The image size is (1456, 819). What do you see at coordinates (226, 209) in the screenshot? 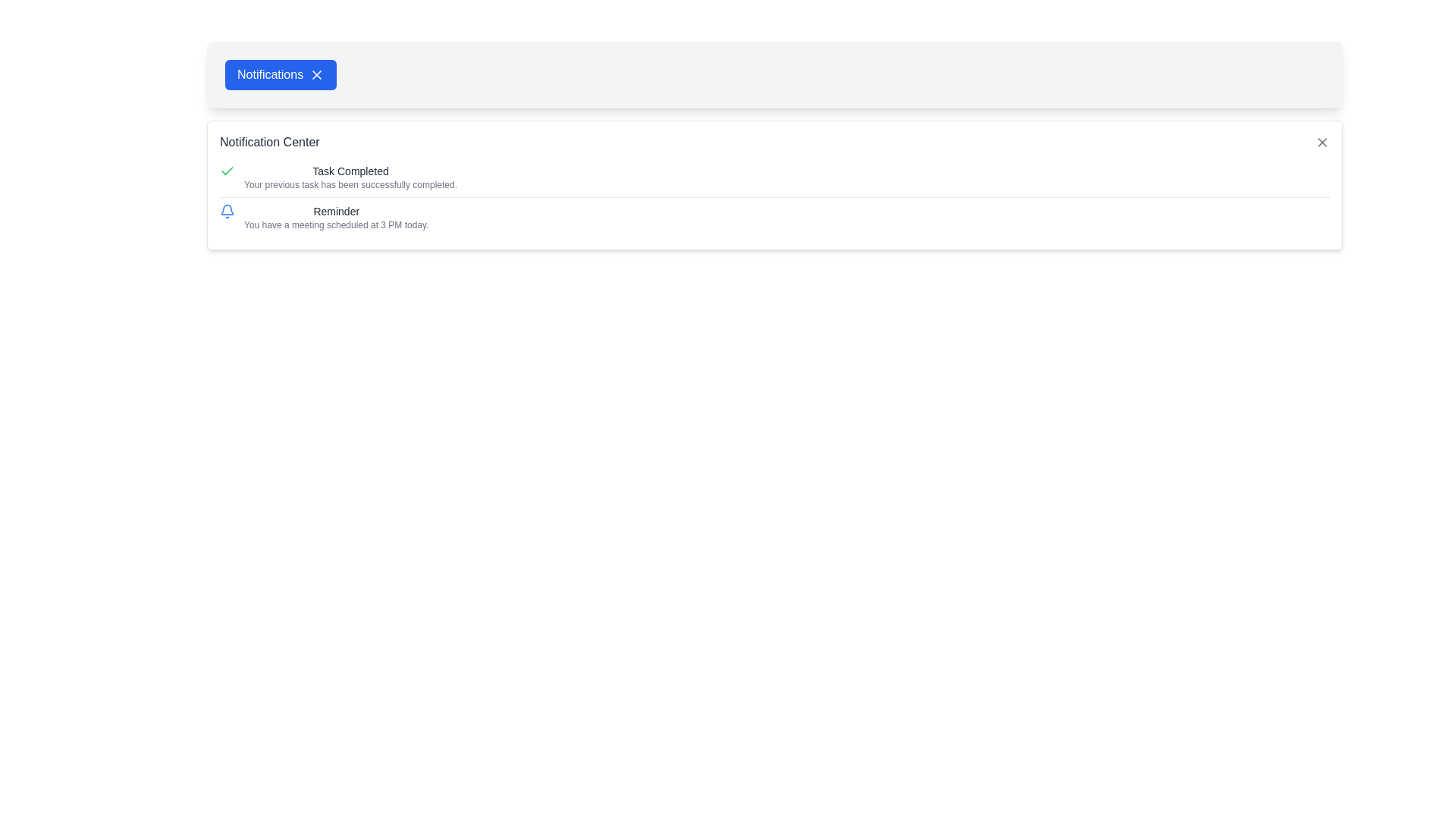
I see `the bell icon vector graphic located in the upper-left area of the Notification Center panel` at bounding box center [226, 209].